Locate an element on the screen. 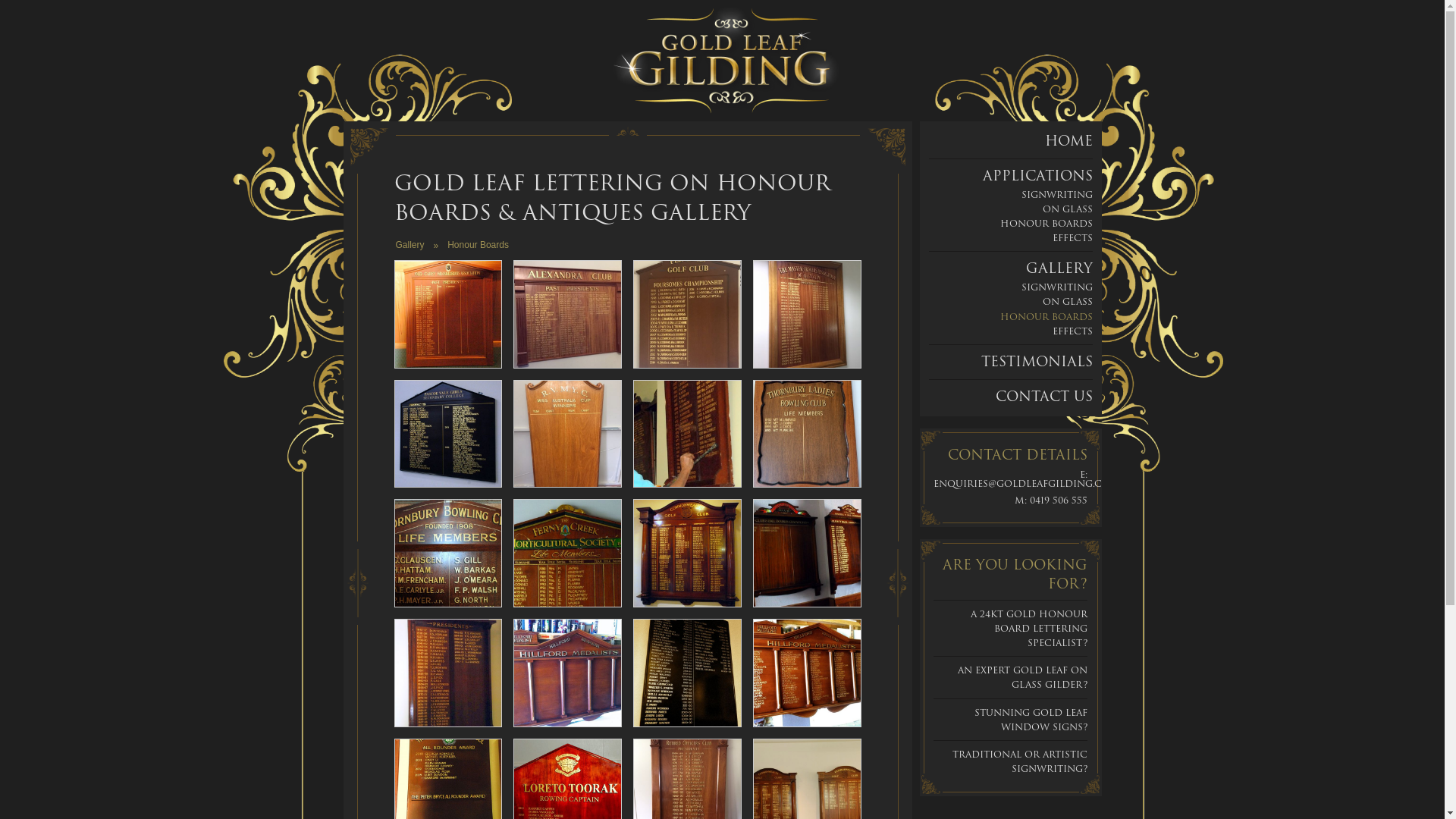 The height and width of the screenshot is (819, 1456). 'EFFECTS' is located at coordinates (1072, 237).